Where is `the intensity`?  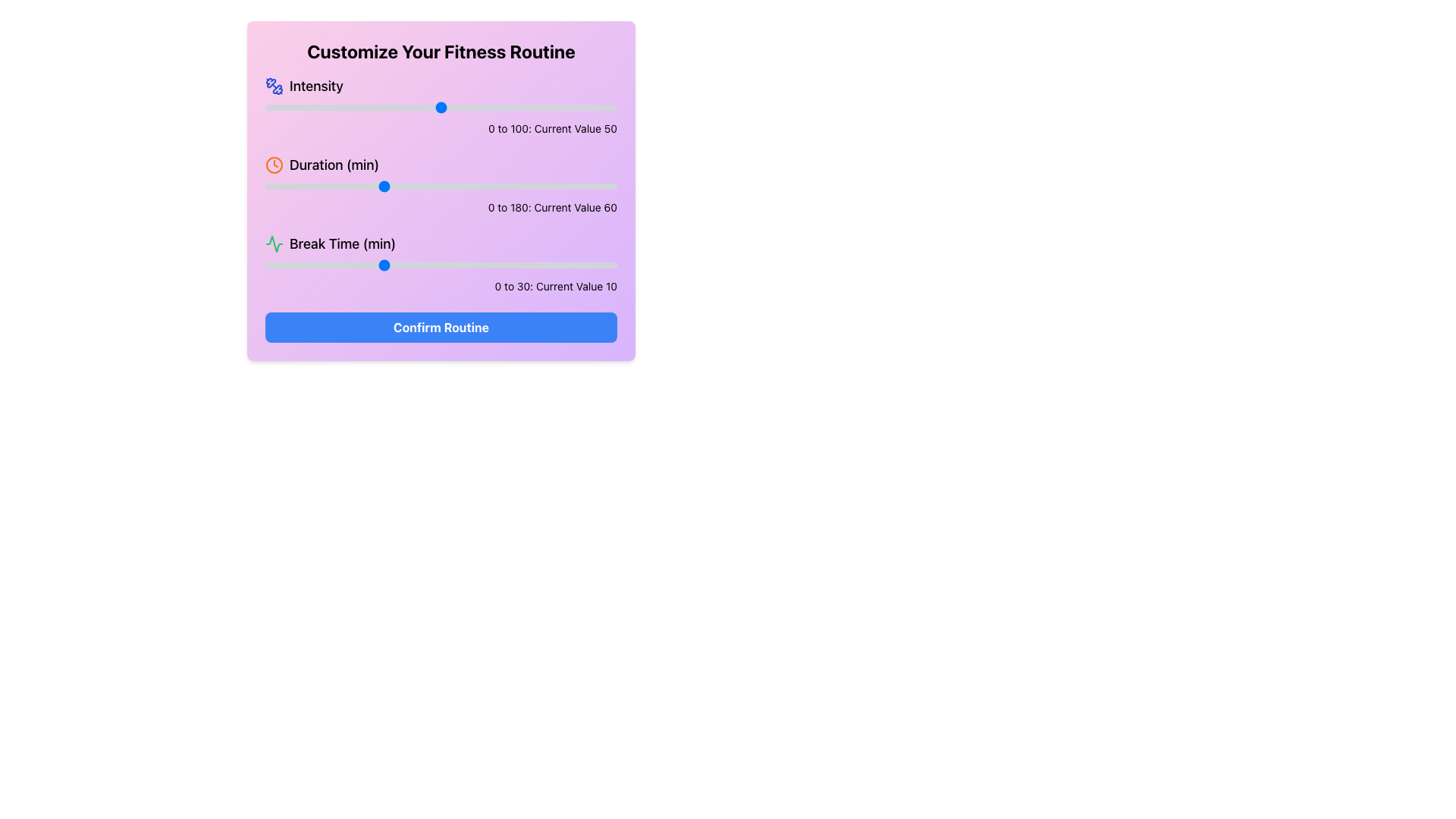 the intensity is located at coordinates (549, 107).